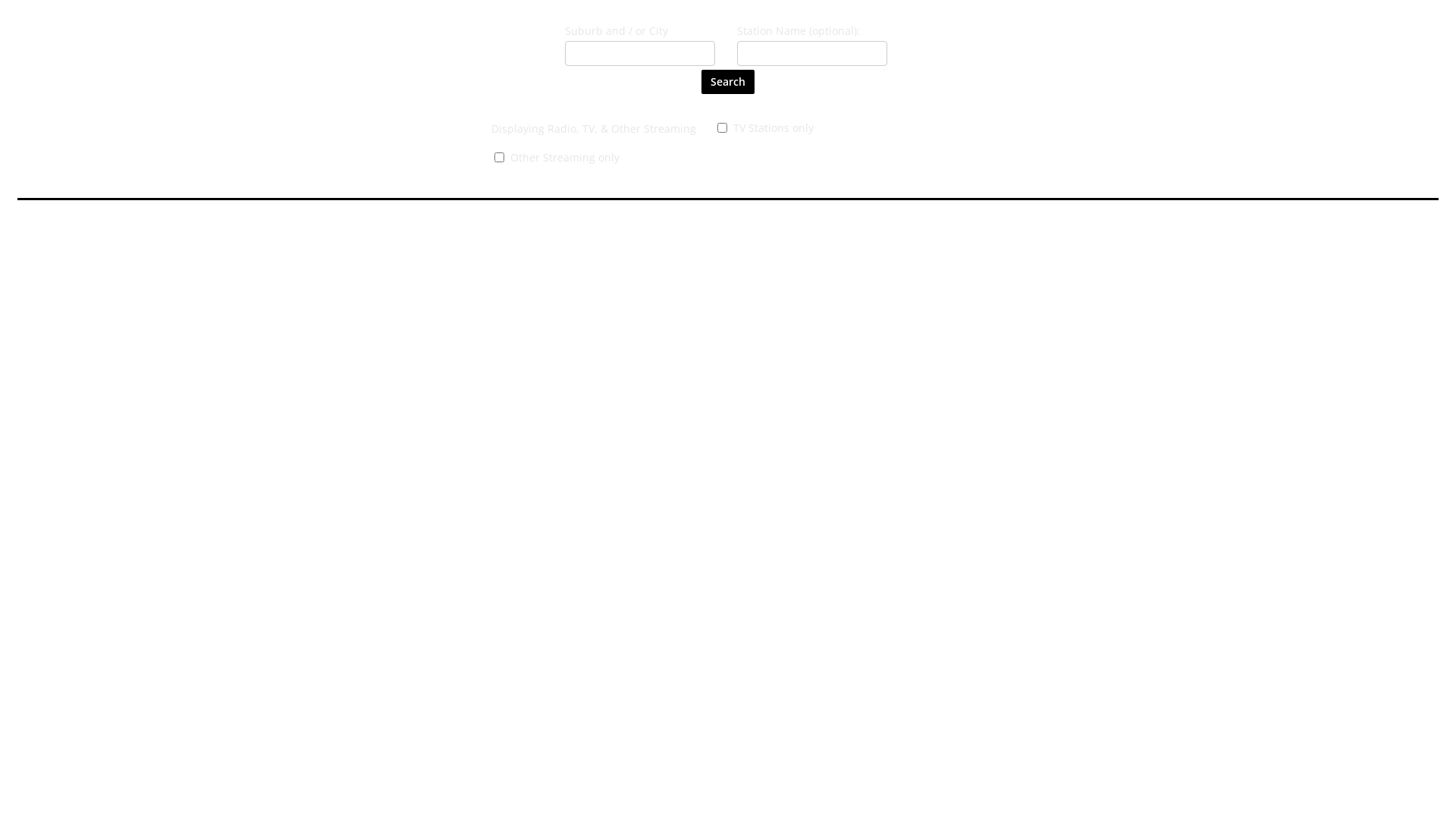 The height and width of the screenshot is (819, 1456). I want to click on 'Search', so click(728, 82).